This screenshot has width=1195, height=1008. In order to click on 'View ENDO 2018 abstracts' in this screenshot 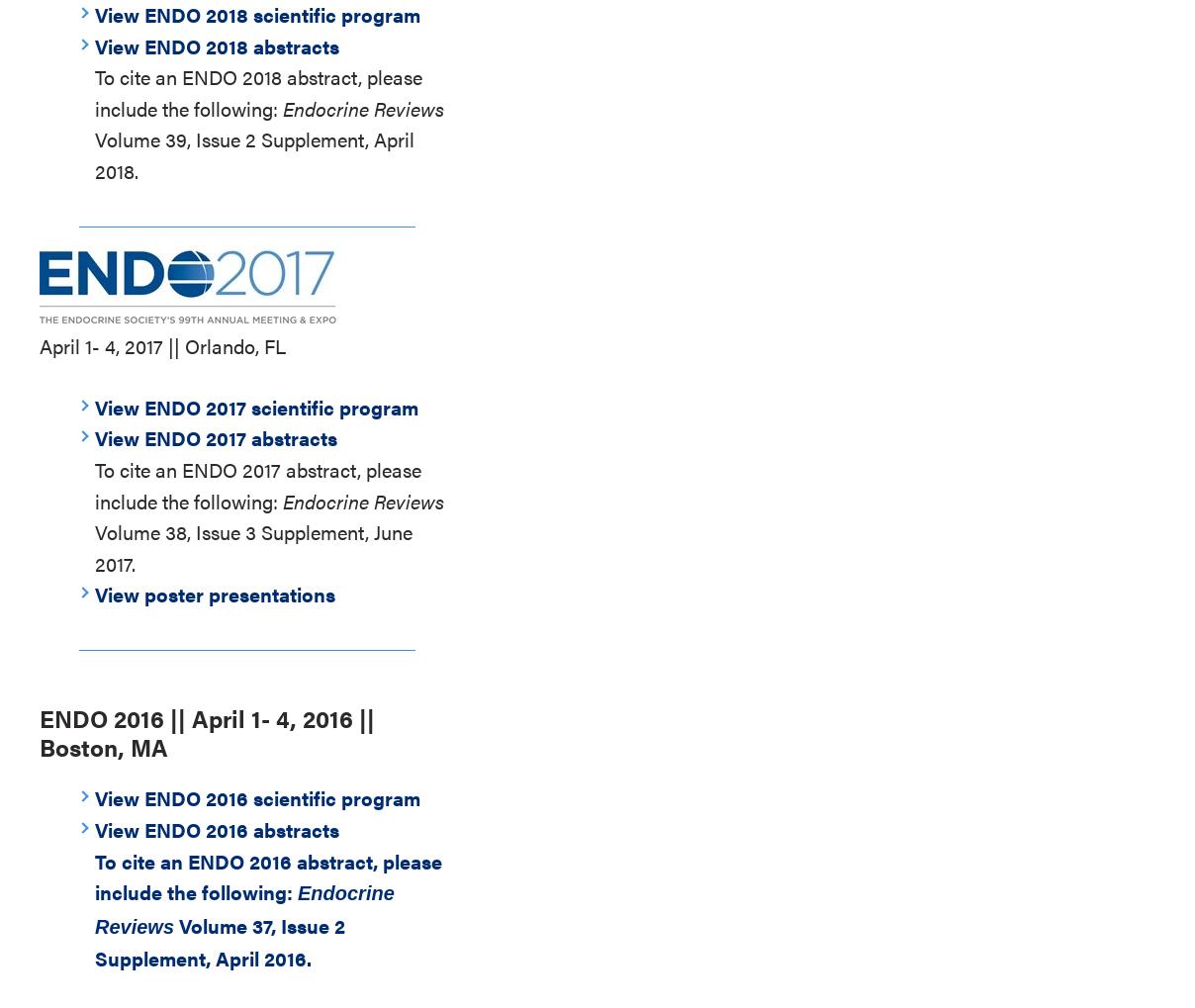, I will do `click(217, 44)`.